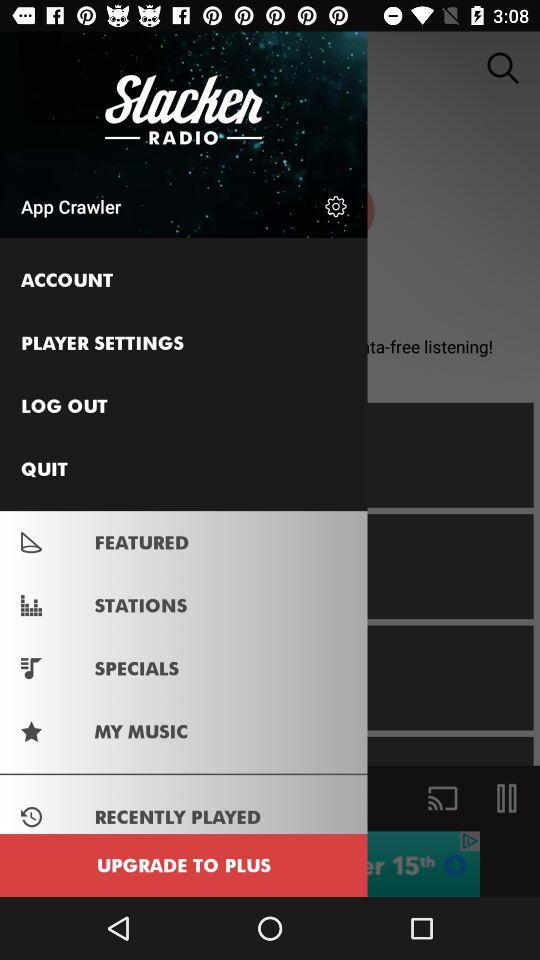 The image size is (540, 960). What do you see at coordinates (507, 798) in the screenshot?
I see `the pause icon` at bounding box center [507, 798].